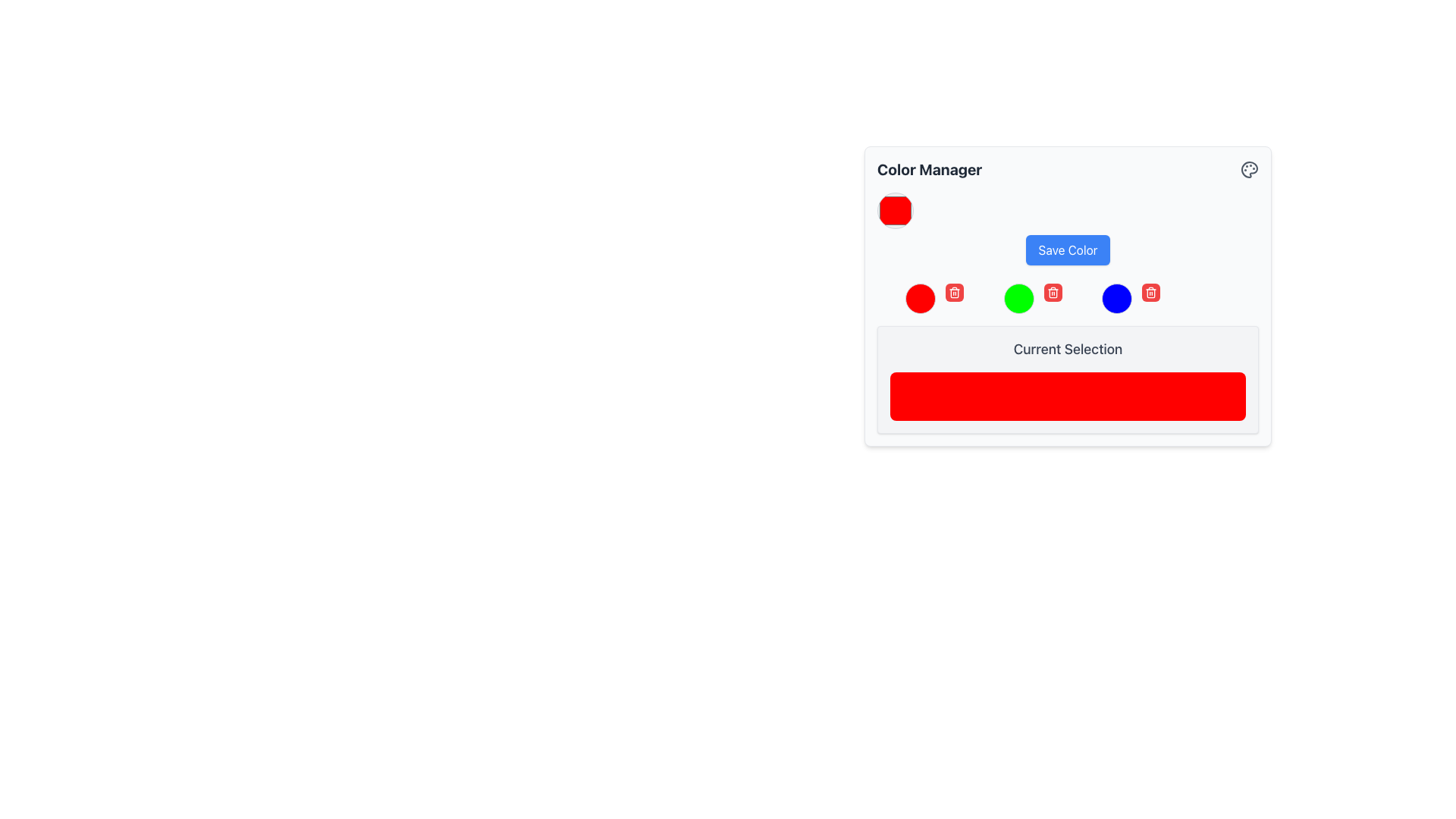  Describe the element at coordinates (1249, 169) in the screenshot. I see `the circular gray palette icon located in the header of the 'Color Manager' section` at that location.